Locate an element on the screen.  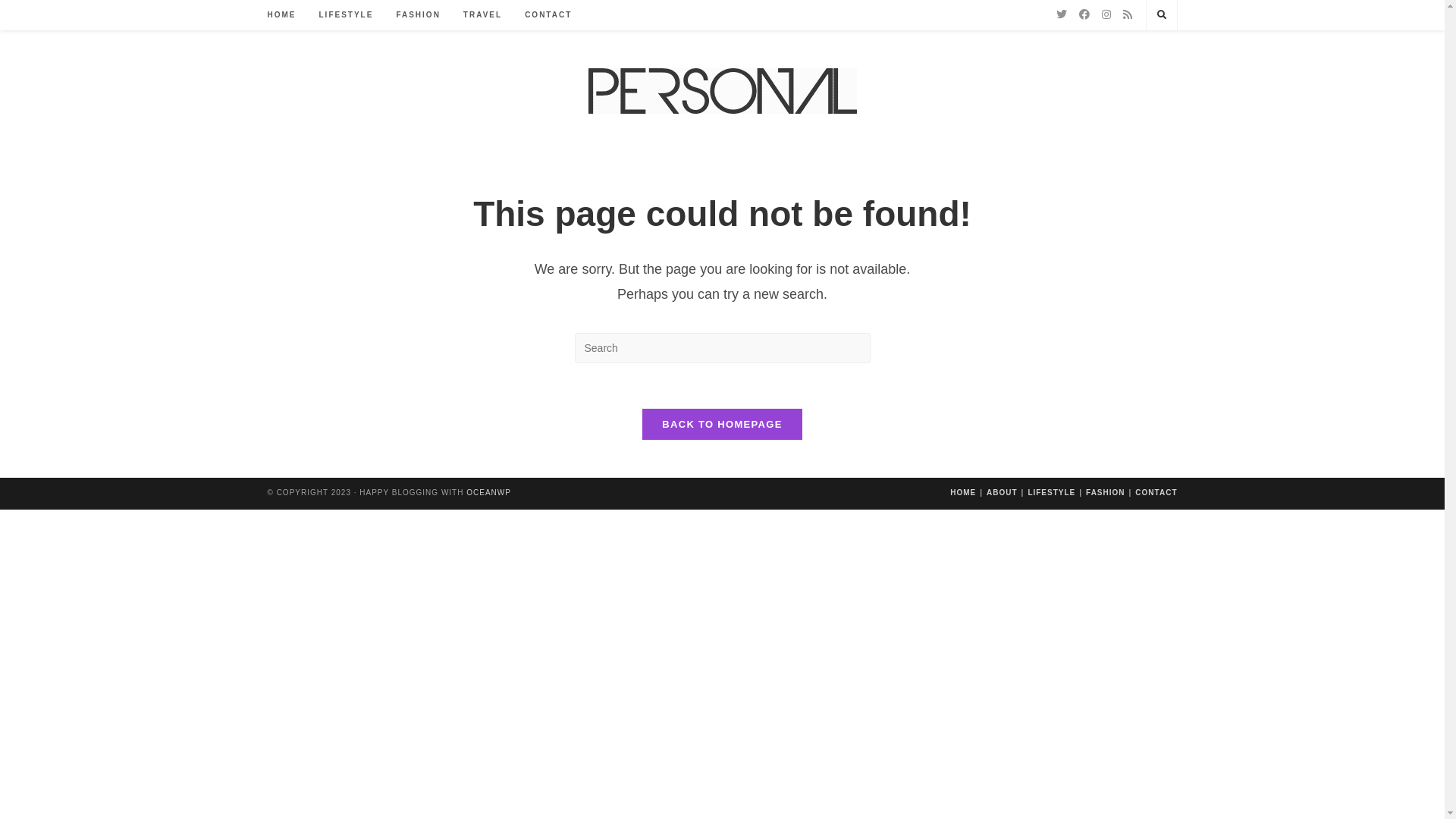
'CONTACT' is located at coordinates (548, 14).